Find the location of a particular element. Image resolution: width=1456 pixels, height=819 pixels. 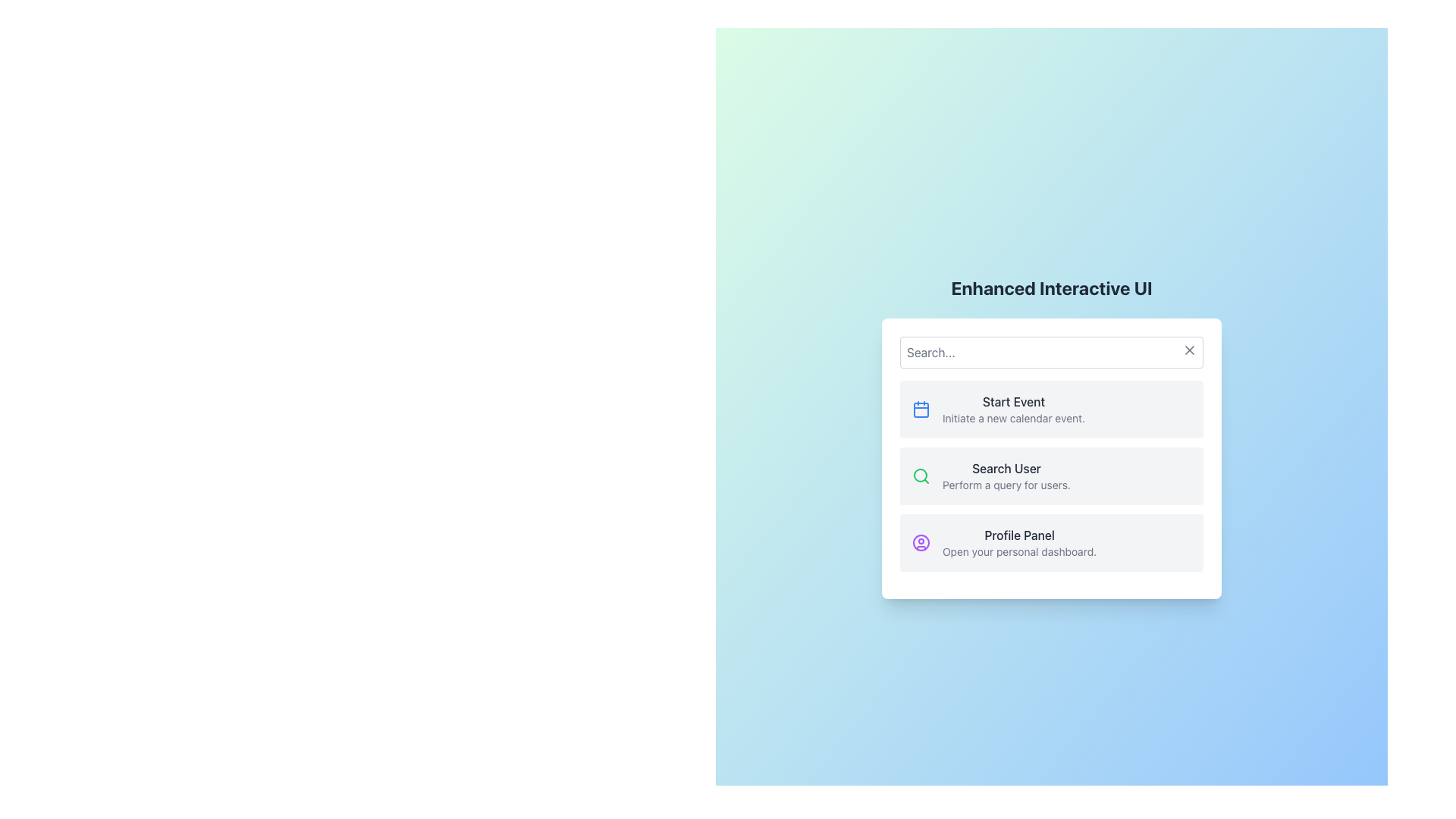

the text label that reads 'Perform a query for users.' which is styled in a subdued gray font and located directly below the 'Search User' title element is located at coordinates (1006, 485).